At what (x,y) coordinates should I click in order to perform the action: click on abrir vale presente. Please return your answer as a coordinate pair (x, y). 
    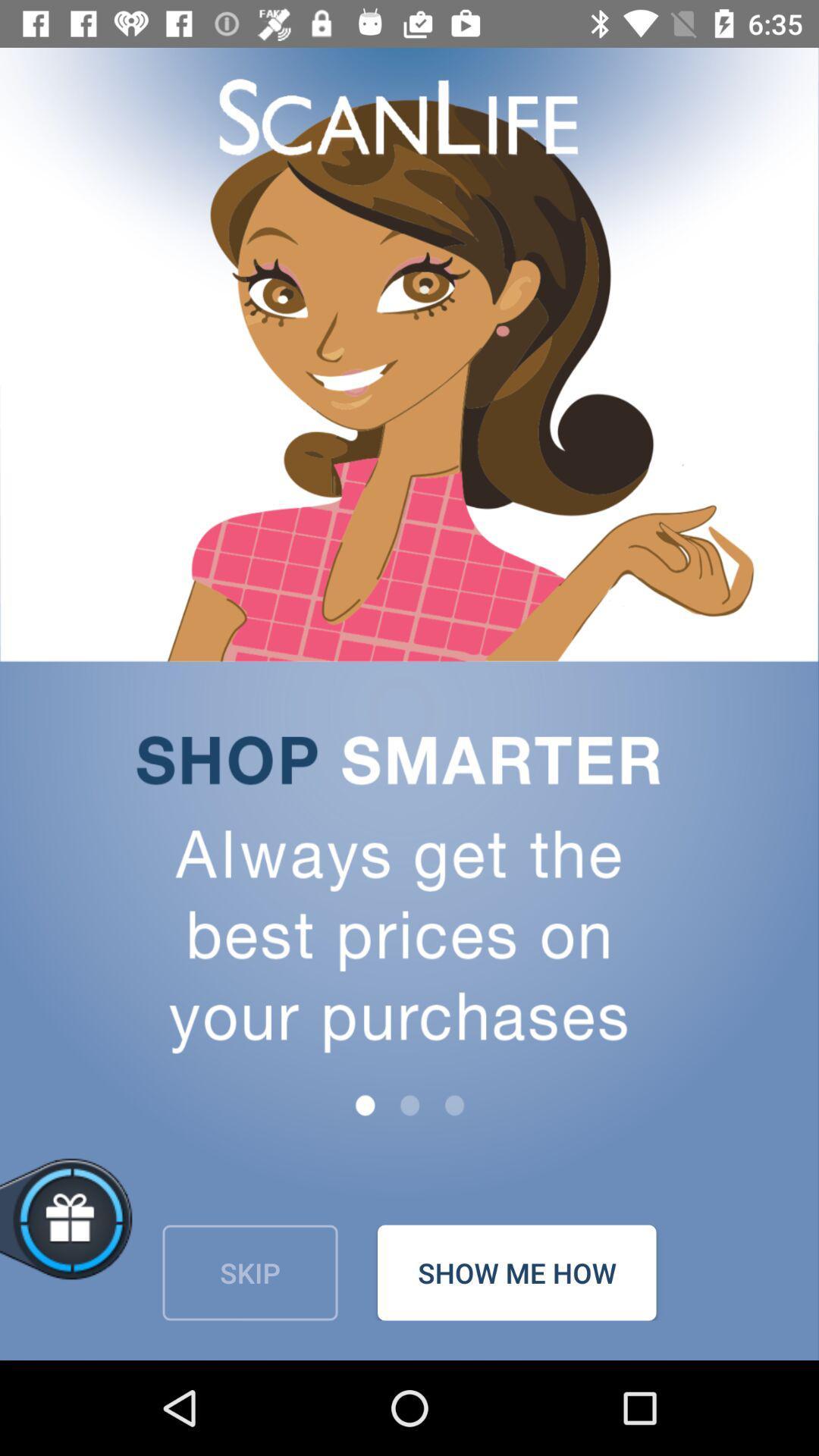
    Looking at the image, I should click on (118, 1237).